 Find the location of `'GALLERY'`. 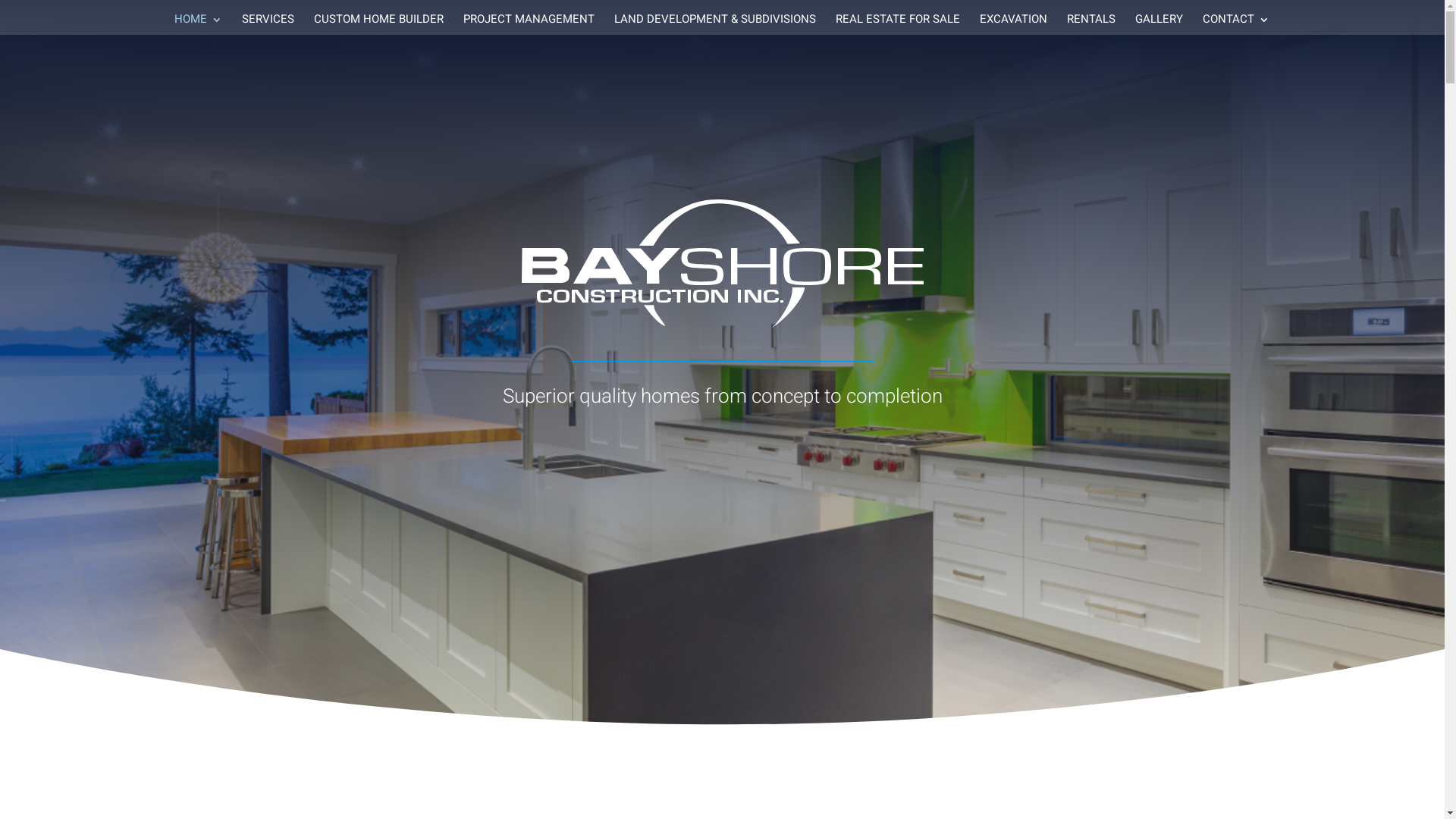

'GALLERY' is located at coordinates (1157, 24).